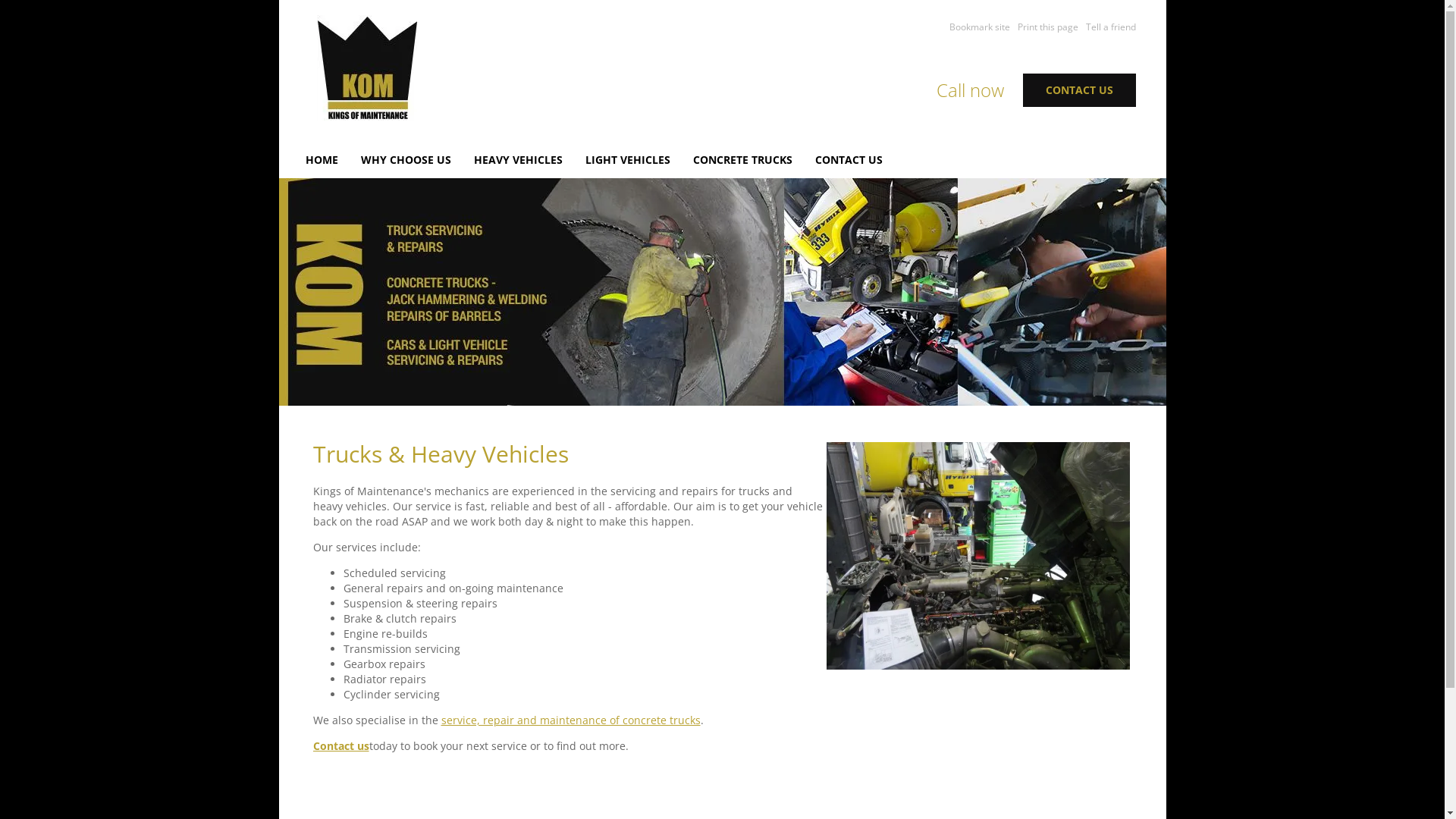  I want to click on 'CONTACT US', so click(1078, 90).